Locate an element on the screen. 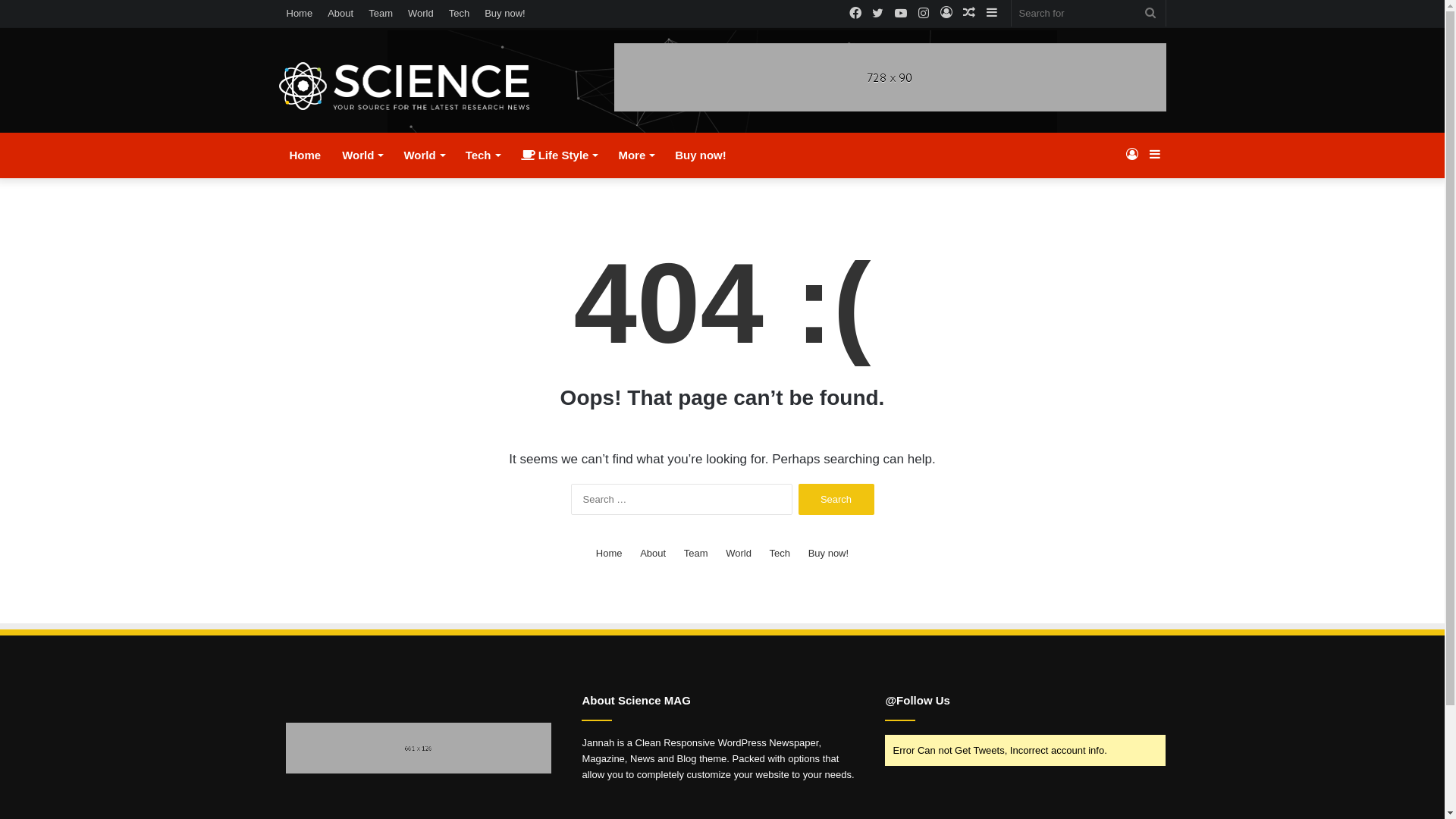  'Instagram' is located at coordinates (923, 14).